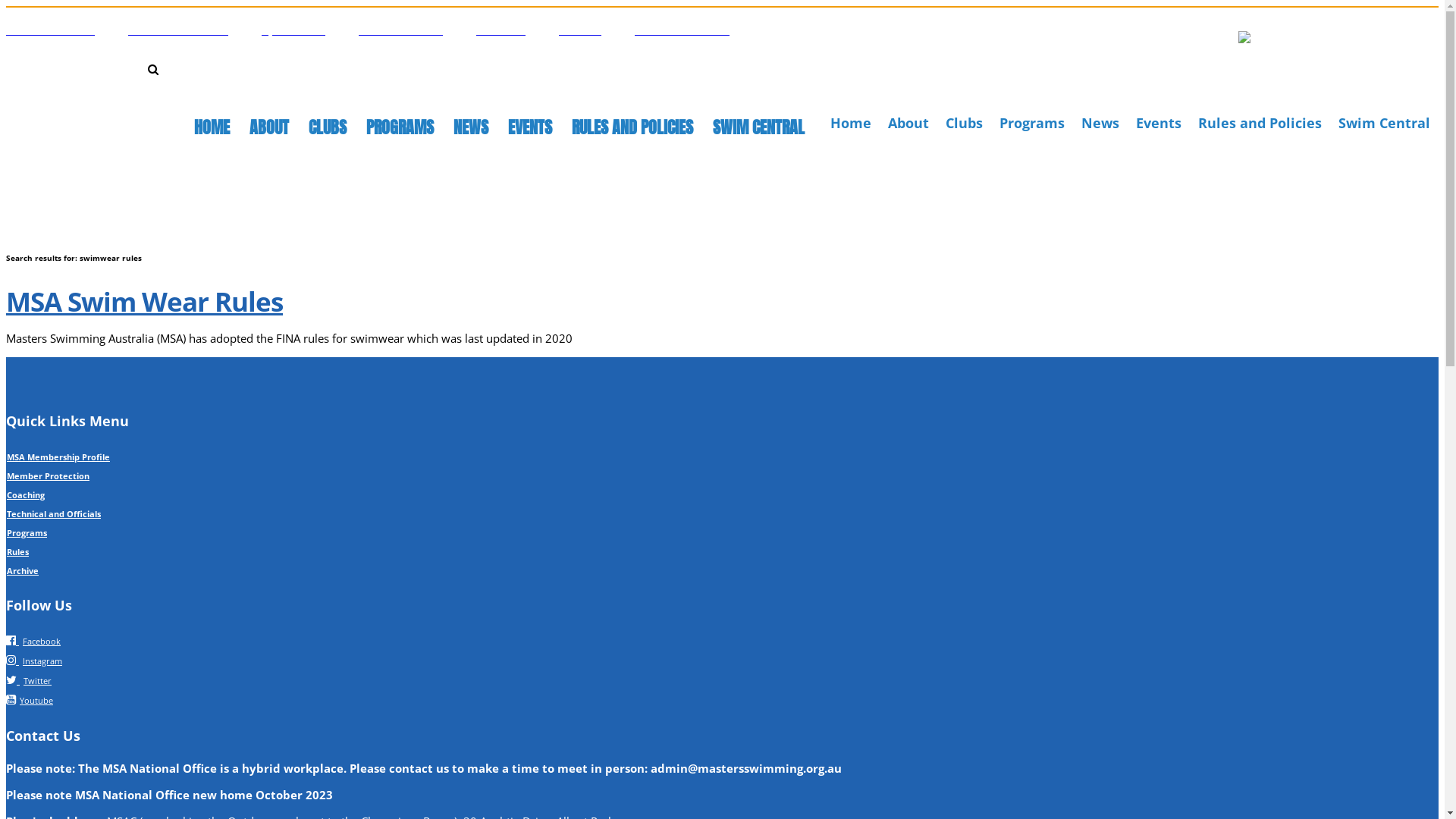 This screenshot has width=1456, height=819. I want to click on 'PROGRAMS', so click(400, 126).